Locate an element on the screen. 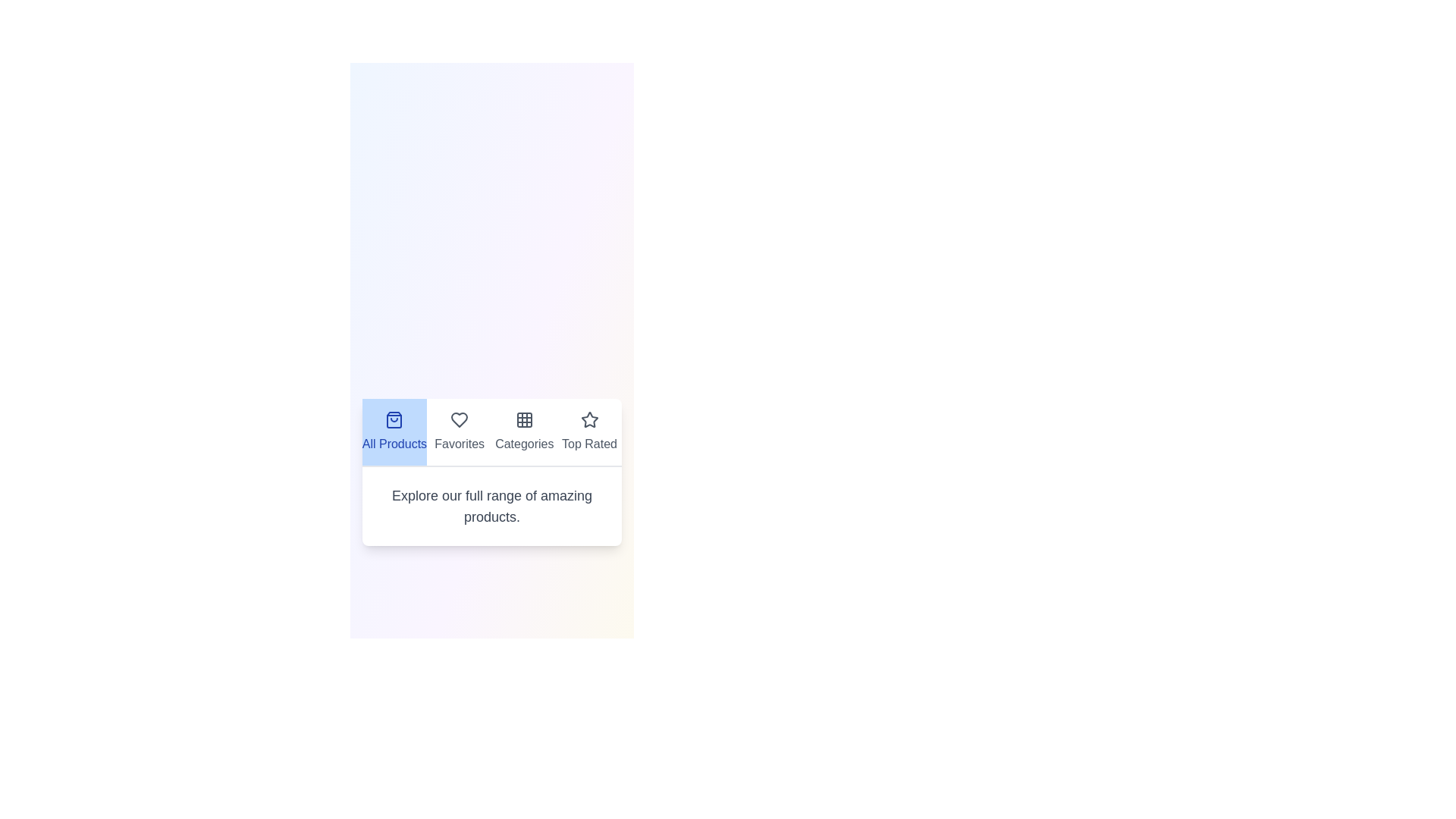 Image resolution: width=1456 pixels, height=819 pixels. the Favorites tab to display its contents is located at coordinates (459, 432).